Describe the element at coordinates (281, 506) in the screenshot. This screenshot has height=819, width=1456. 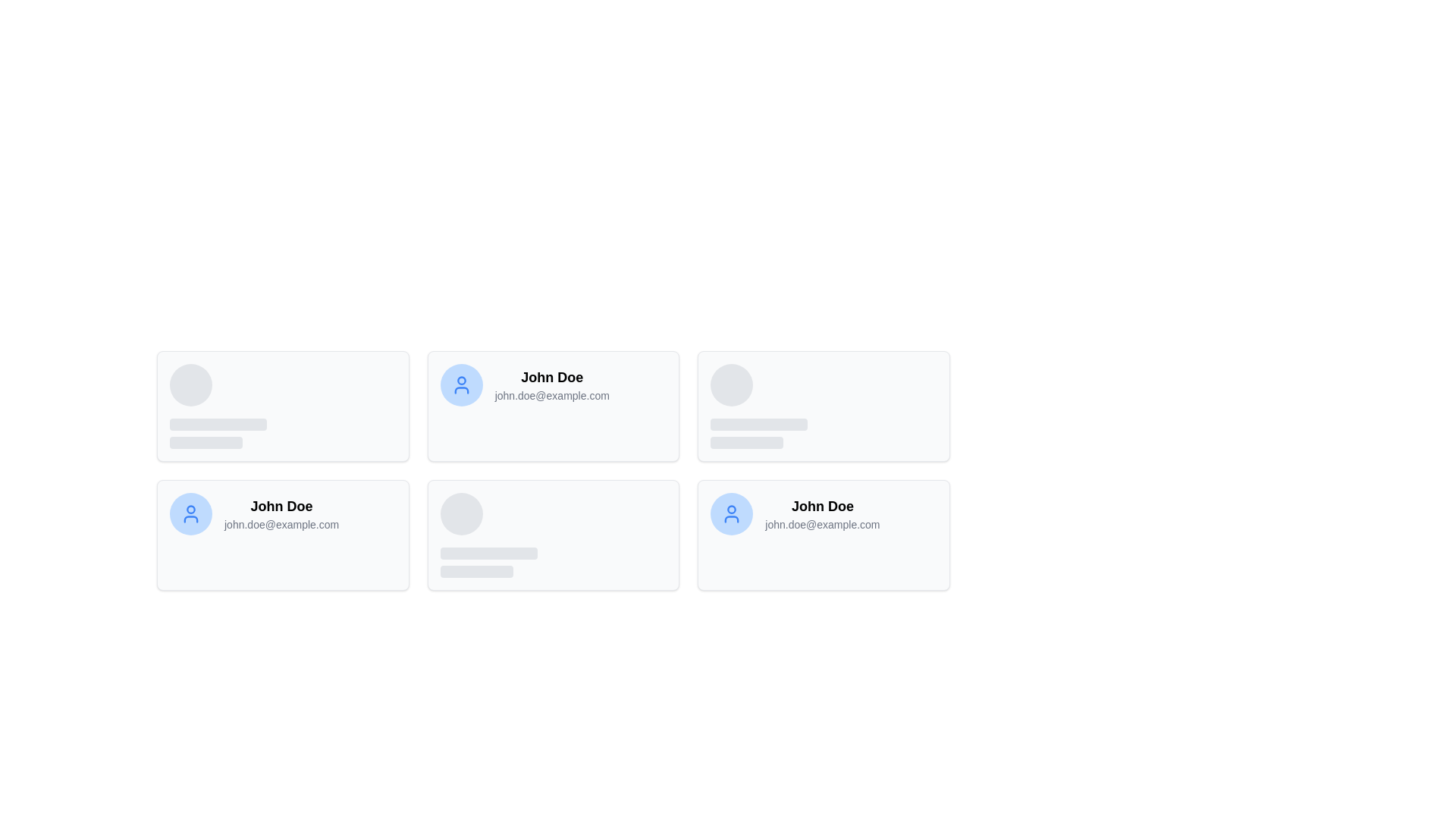
I see `the label displaying 'John Doe'` at that location.